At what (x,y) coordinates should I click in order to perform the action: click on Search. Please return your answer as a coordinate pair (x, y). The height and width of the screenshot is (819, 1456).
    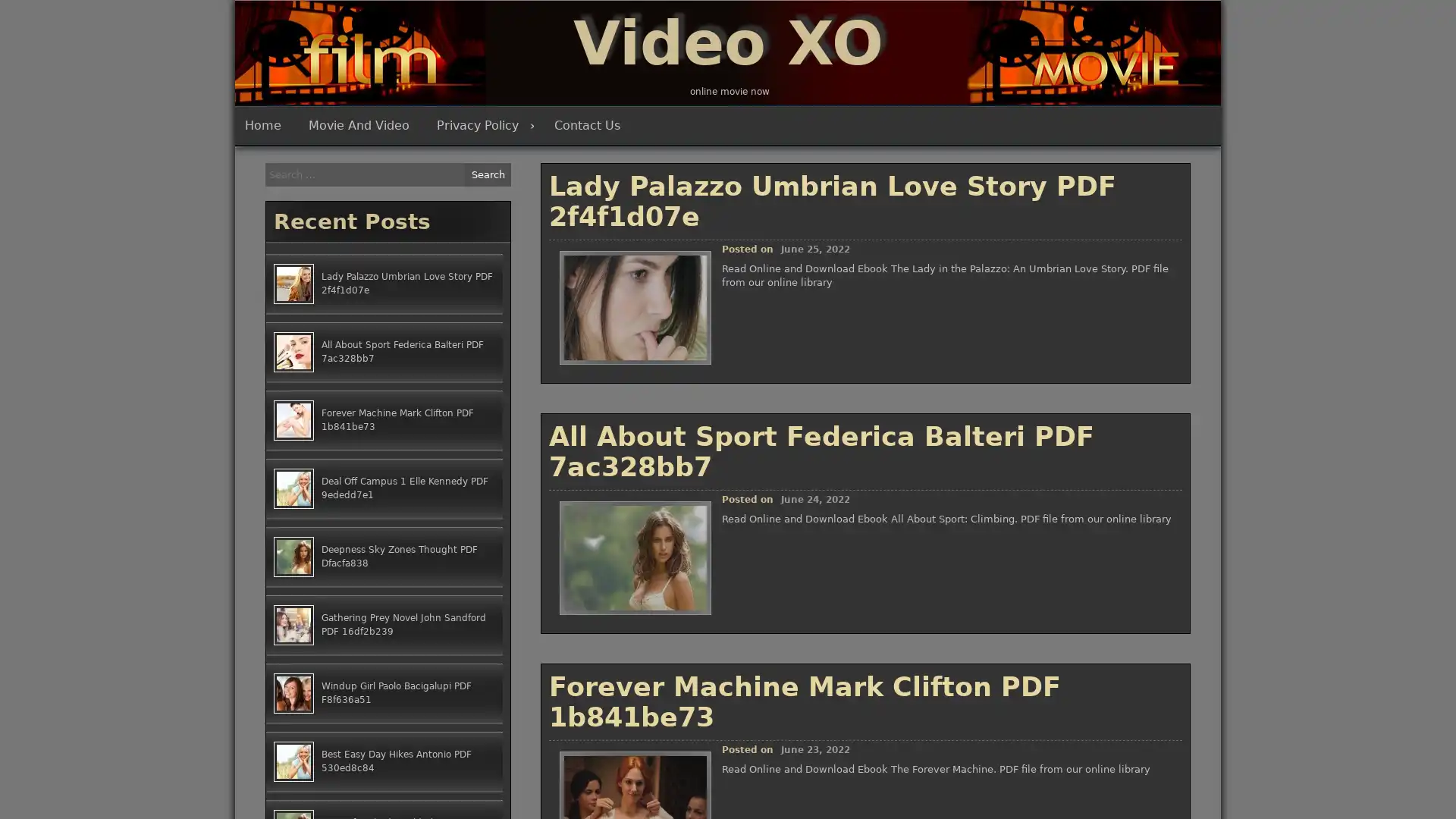
    Looking at the image, I should click on (488, 174).